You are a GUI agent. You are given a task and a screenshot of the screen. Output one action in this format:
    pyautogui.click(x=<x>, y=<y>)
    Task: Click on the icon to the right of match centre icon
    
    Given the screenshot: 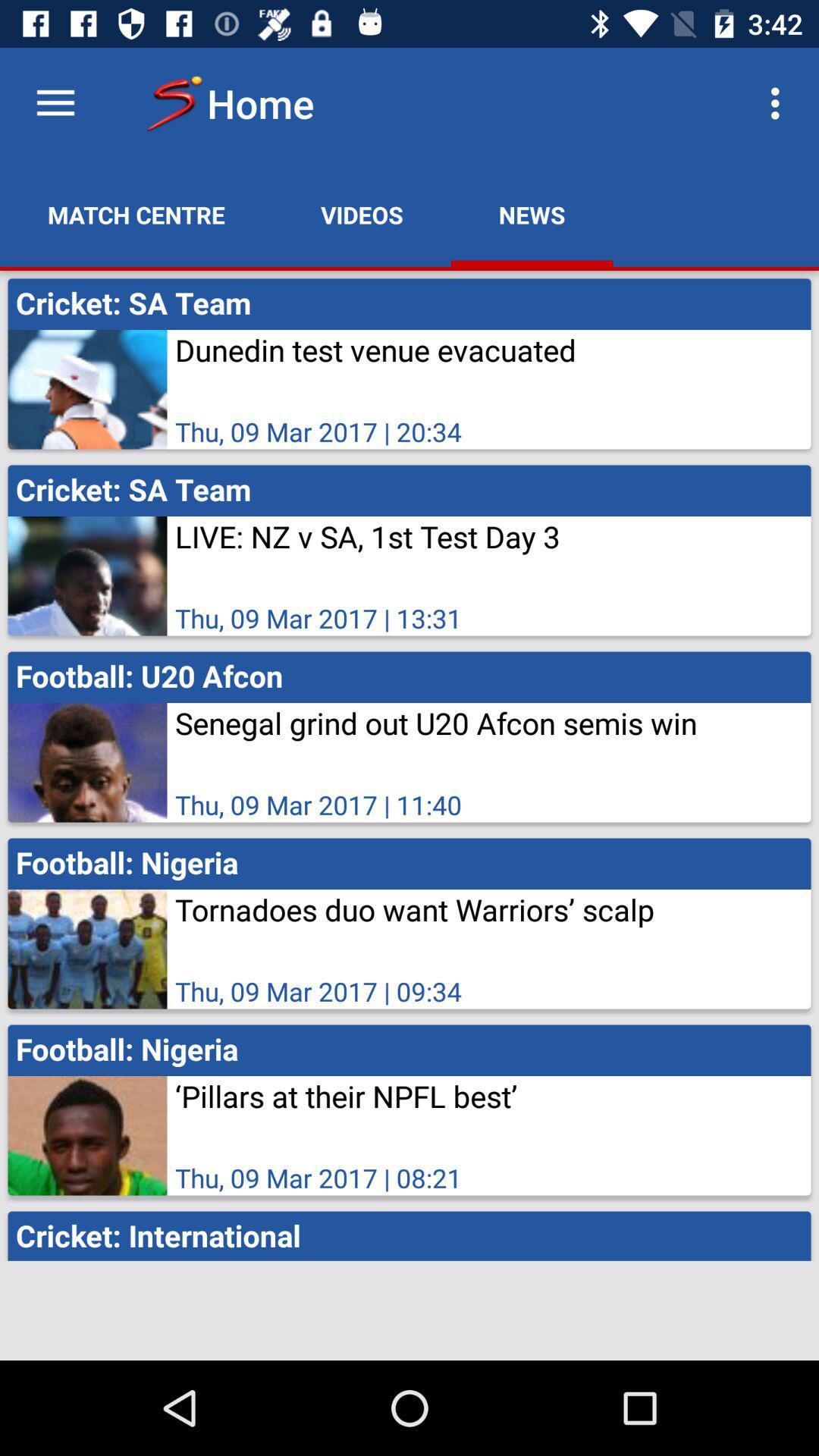 What is the action you would take?
    pyautogui.click(x=362, y=214)
    